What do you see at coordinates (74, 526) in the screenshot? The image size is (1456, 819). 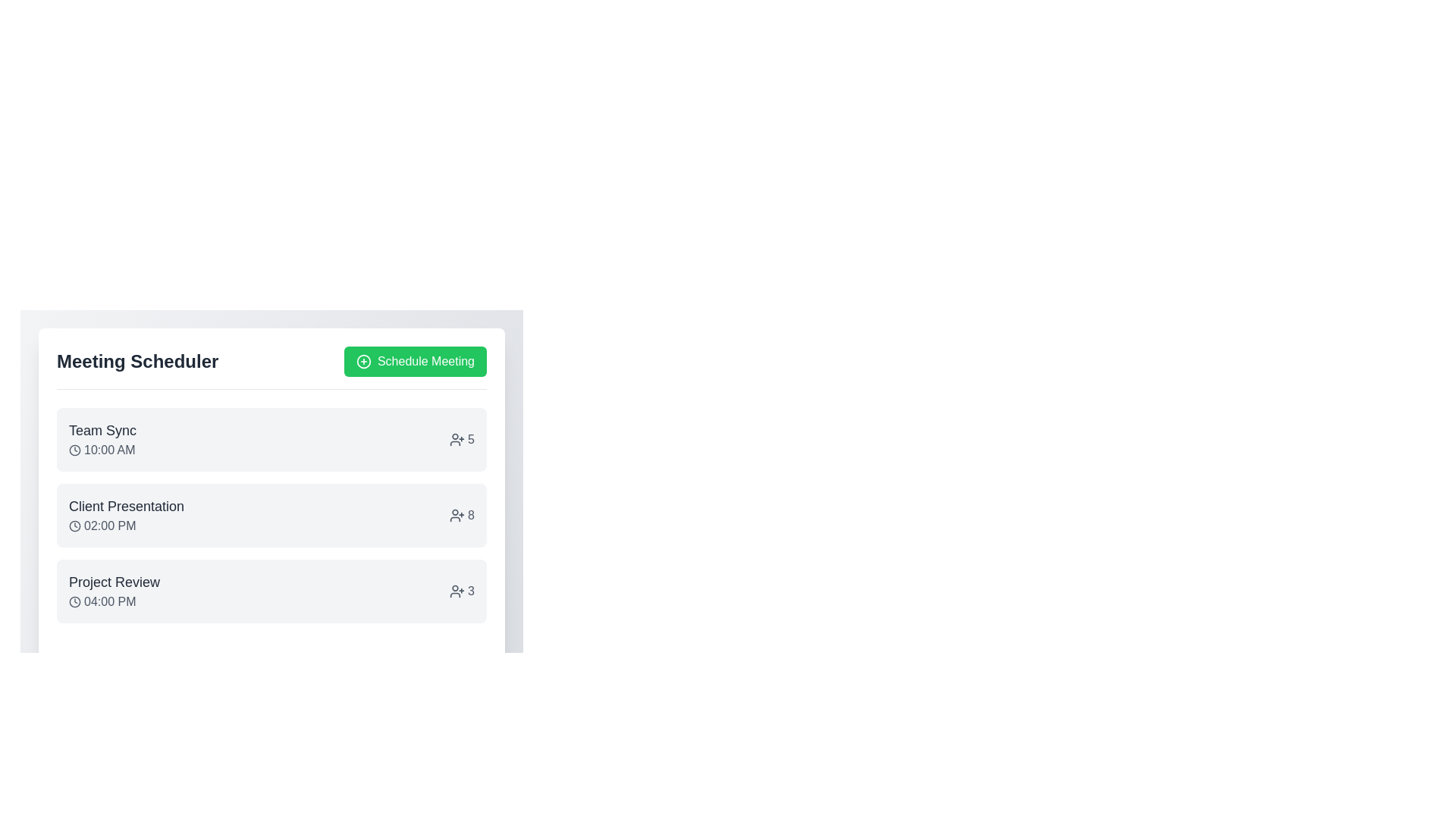 I see `the smaller circle of the clock icon located to the left of the text '02:00 PM' by moving the cursor to its center point` at bounding box center [74, 526].